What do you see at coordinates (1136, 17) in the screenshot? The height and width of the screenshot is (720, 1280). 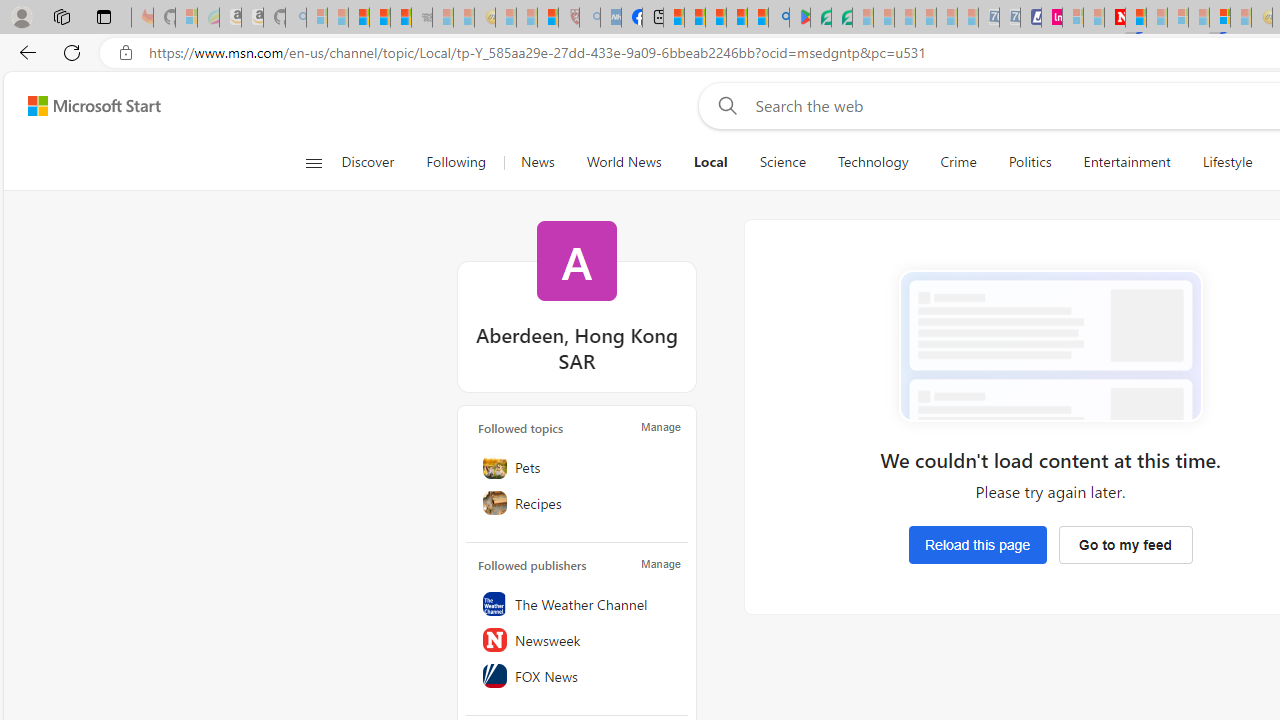 I see `'Trusted Community Engagement and Contributions | Guidelines'` at bounding box center [1136, 17].